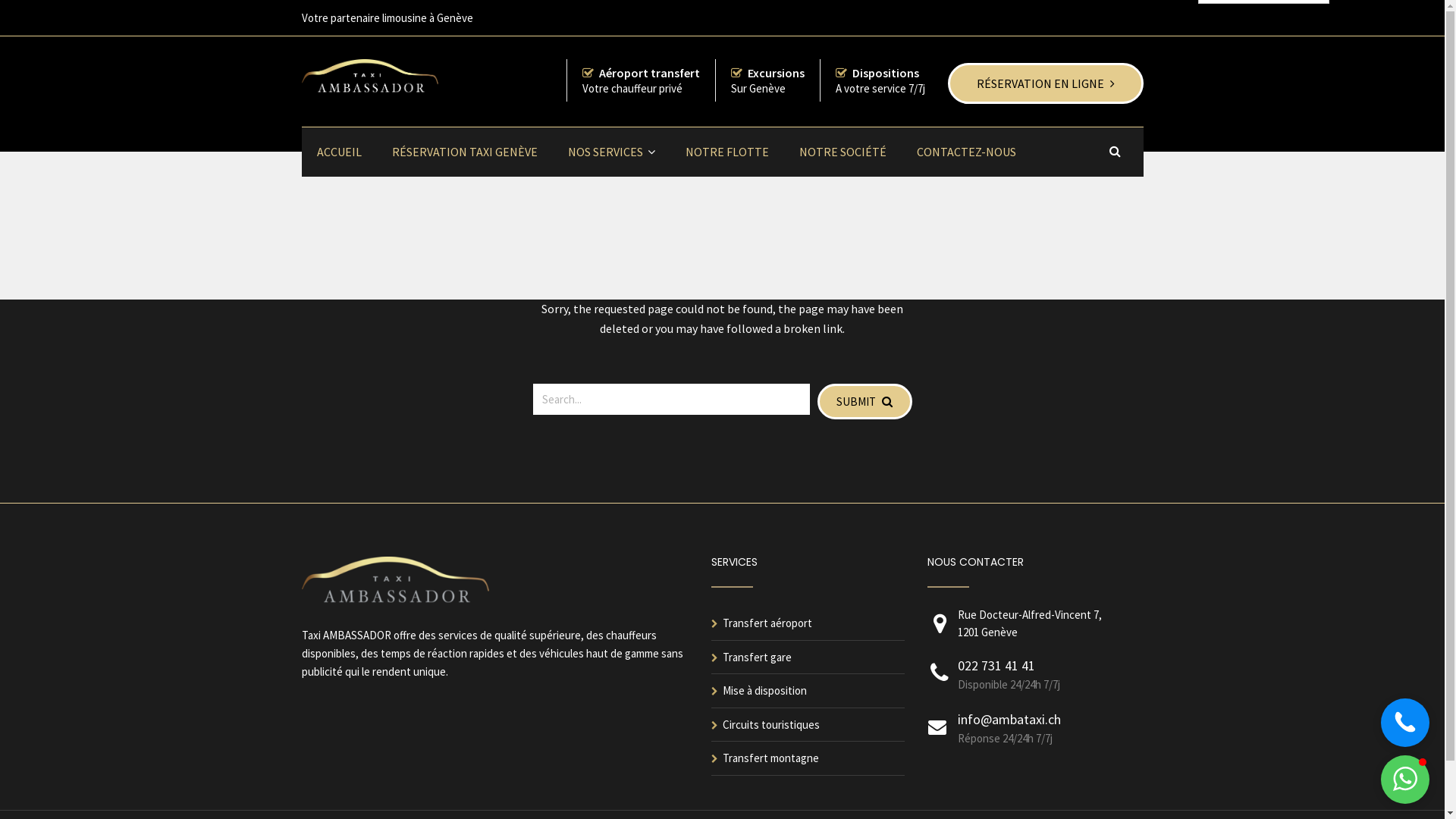 This screenshot has height=819, width=1456. Describe the element at coordinates (965, 152) in the screenshot. I see `'CONTACTEZ-NOUS'` at that location.